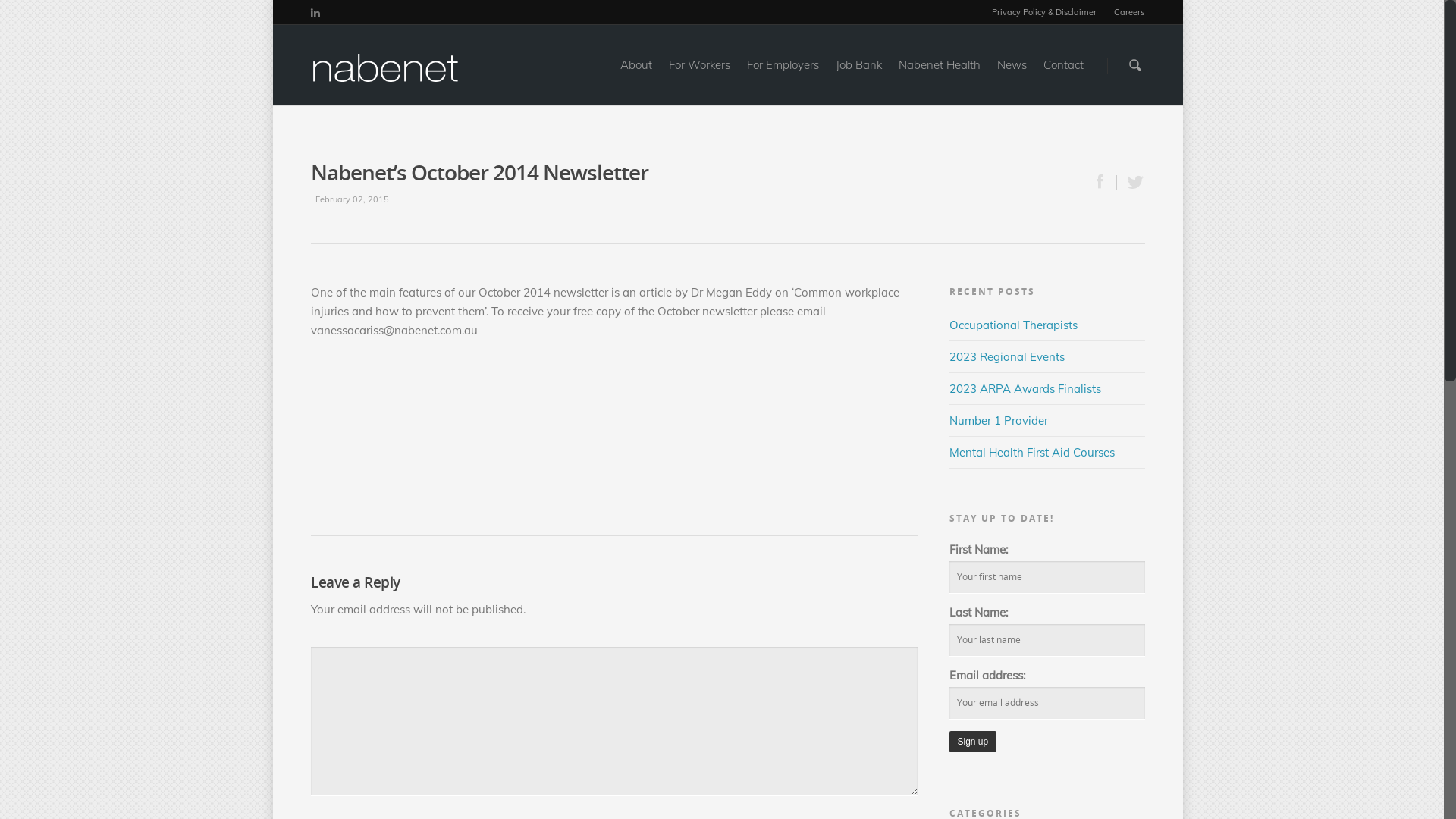  Describe the element at coordinates (1102, 181) in the screenshot. I see `'Share this'` at that location.